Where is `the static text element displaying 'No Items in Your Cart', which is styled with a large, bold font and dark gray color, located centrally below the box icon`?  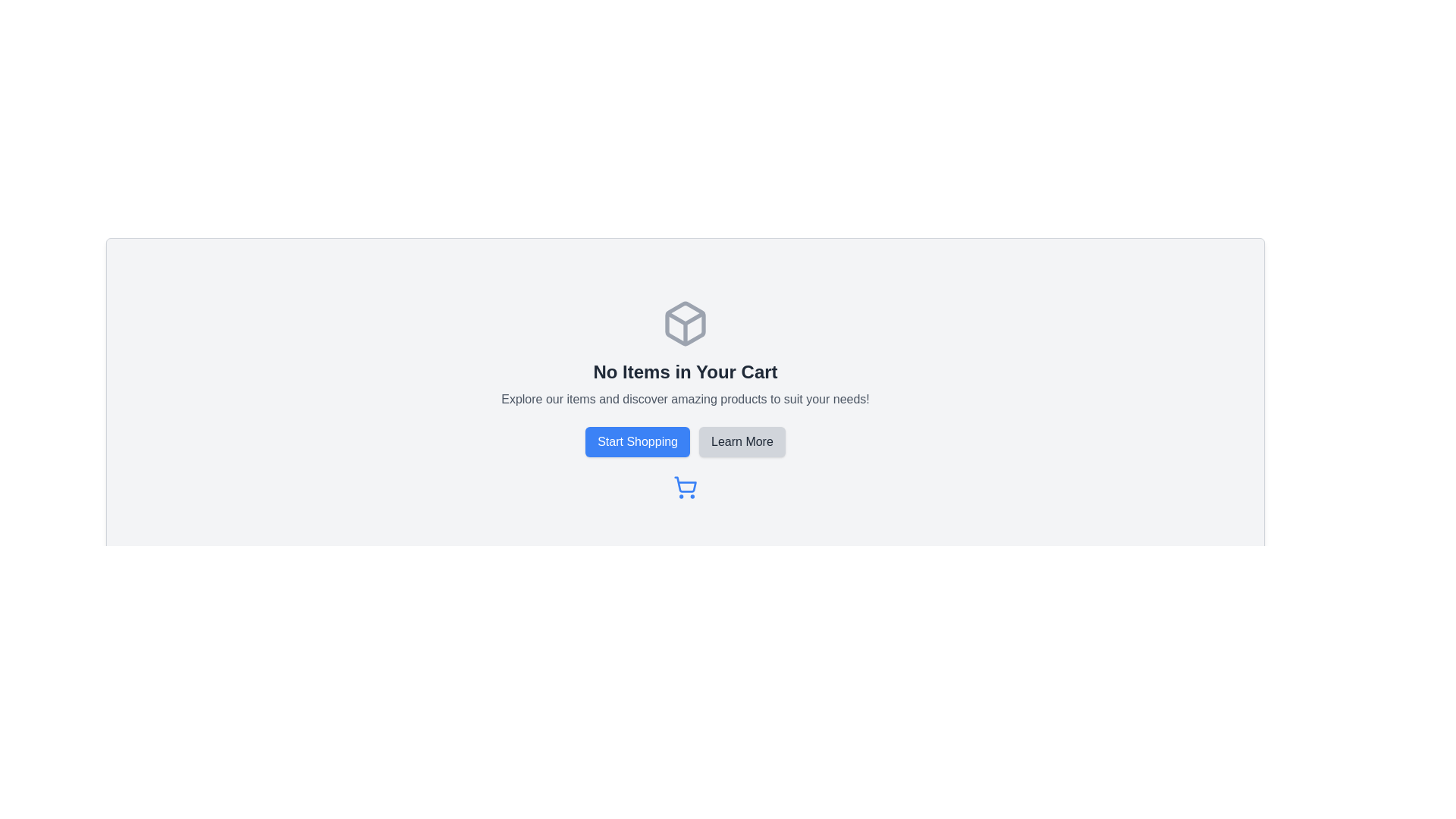 the static text element displaying 'No Items in Your Cart', which is styled with a large, bold font and dark gray color, located centrally below the box icon is located at coordinates (684, 372).